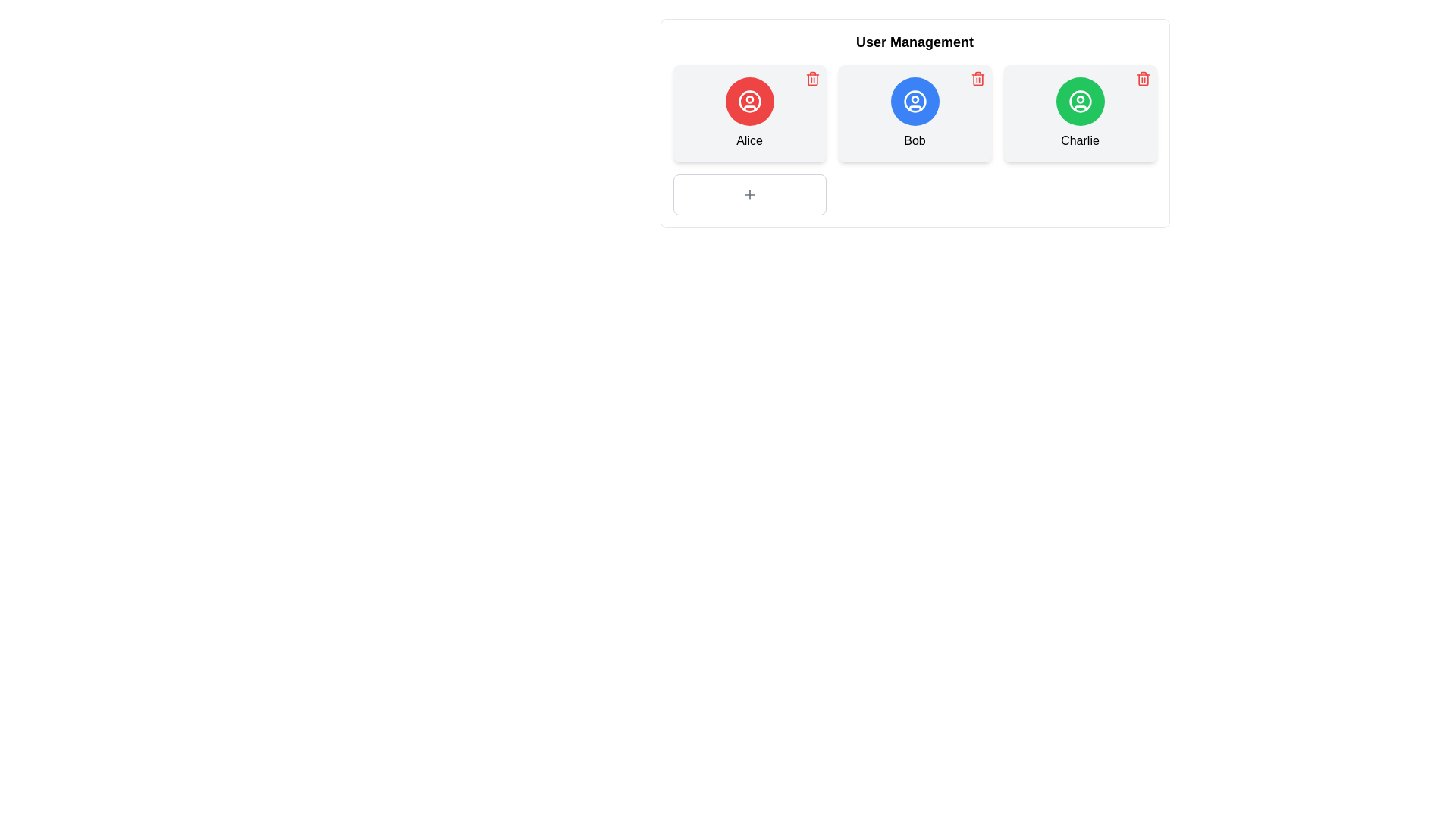 Image resolution: width=1456 pixels, height=819 pixels. What do you see at coordinates (1079, 102) in the screenshot?
I see `the profile icon representing the user 'Charlie' located in the third card of the 'User Management' section` at bounding box center [1079, 102].